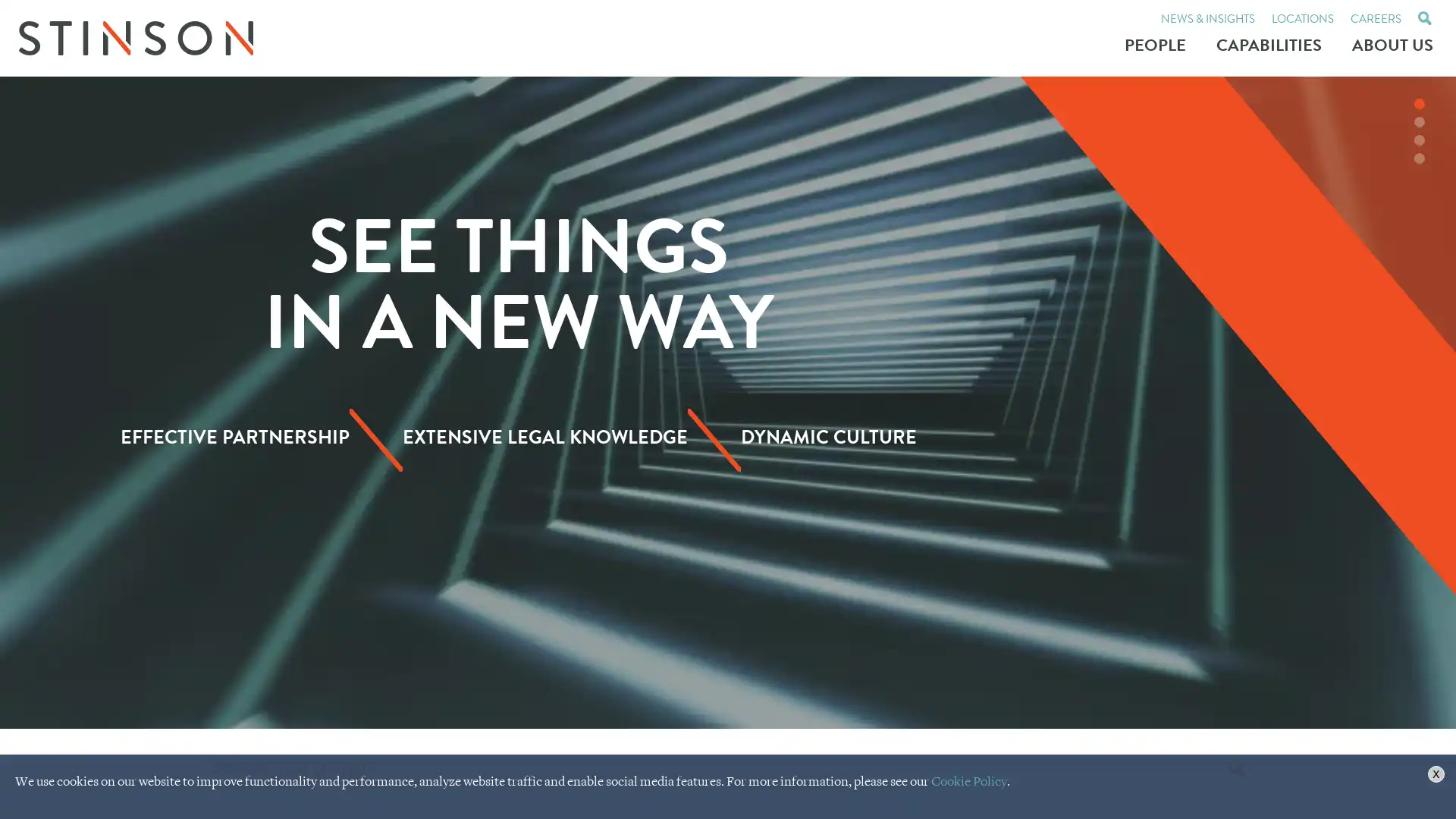  Describe the element at coordinates (1419, 140) in the screenshot. I see `3` at that location.